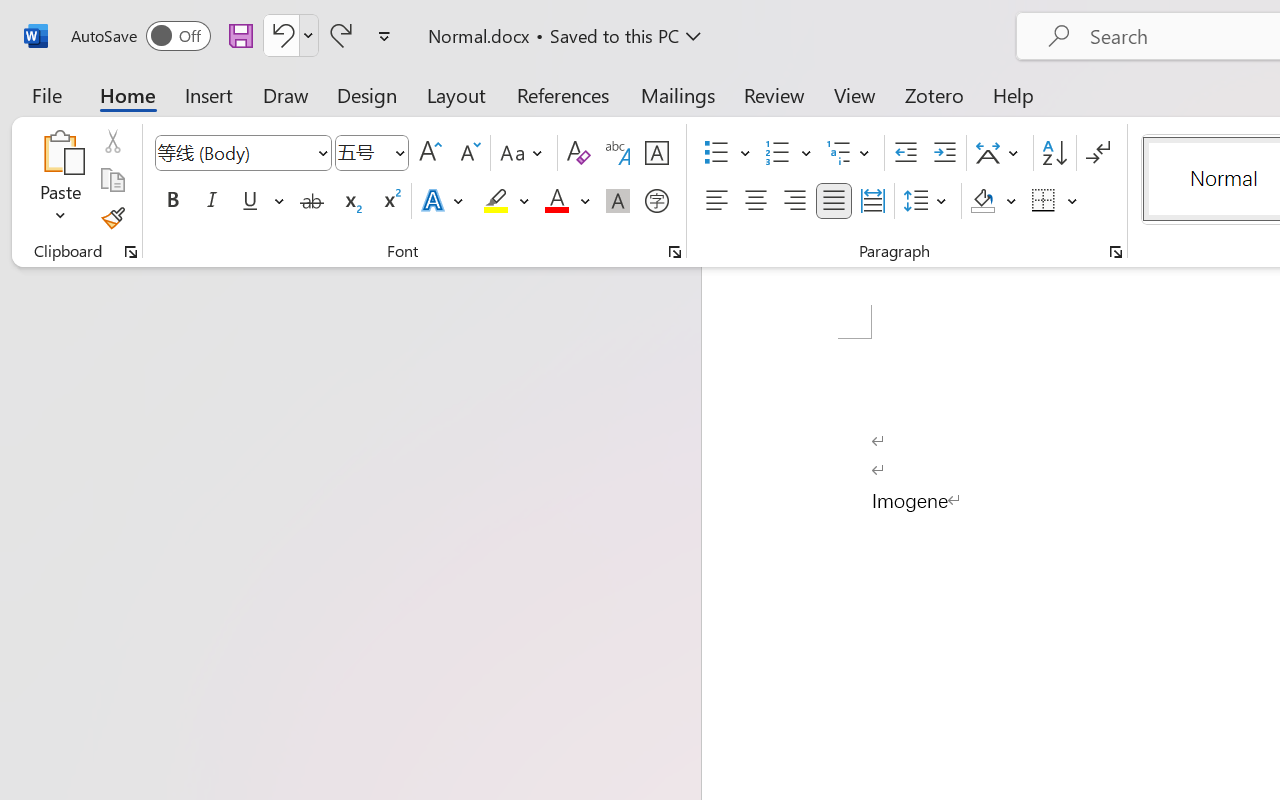  I want to click on 'Shading RGB(0, 0, 0)', so click(983, 201).